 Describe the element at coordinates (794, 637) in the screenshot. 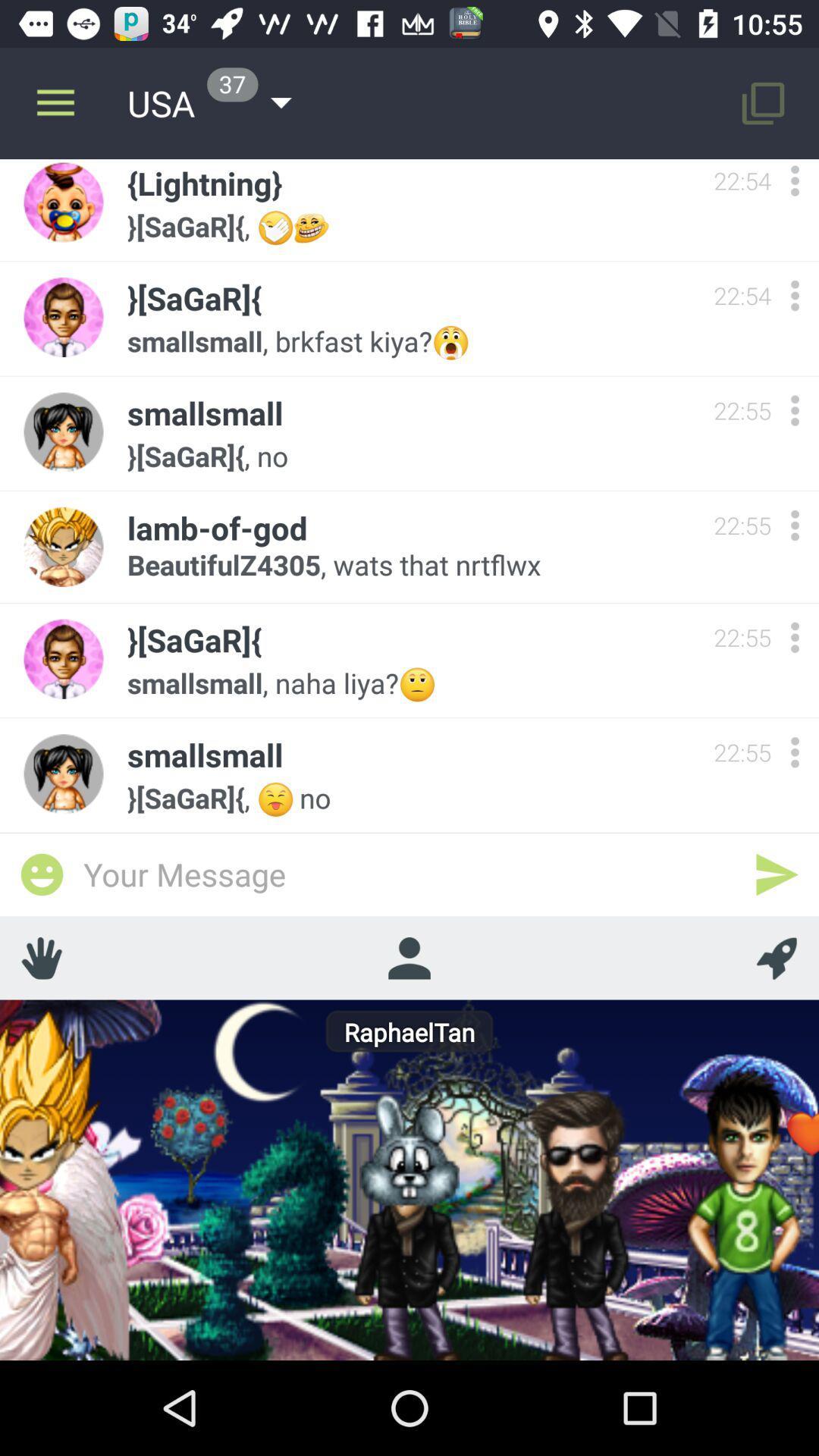

I see `apps` at that location.